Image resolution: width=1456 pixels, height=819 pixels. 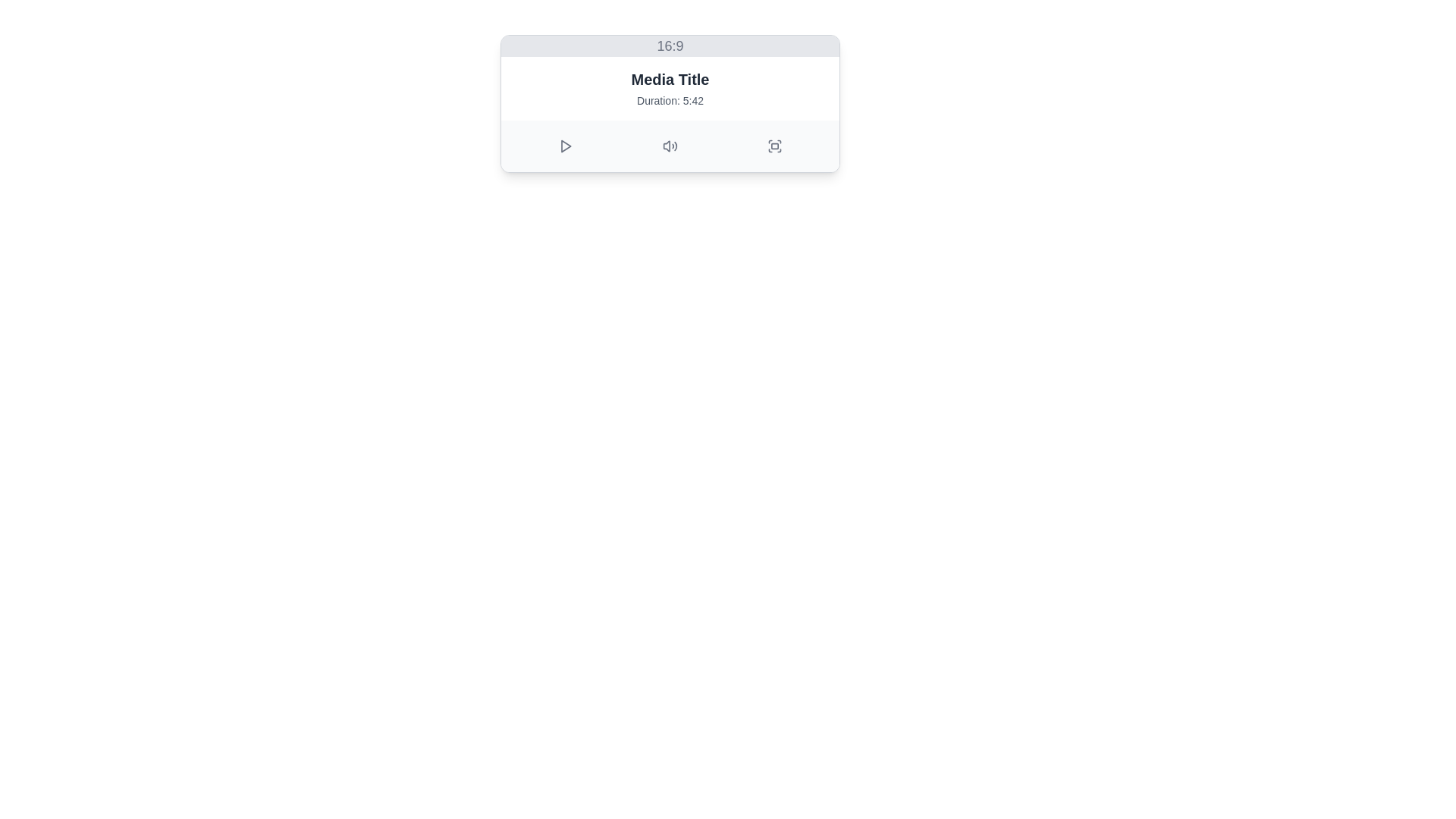 I want to click on the volume control icon located centrally below the text 'Media Title', so click(x=669, y=146).